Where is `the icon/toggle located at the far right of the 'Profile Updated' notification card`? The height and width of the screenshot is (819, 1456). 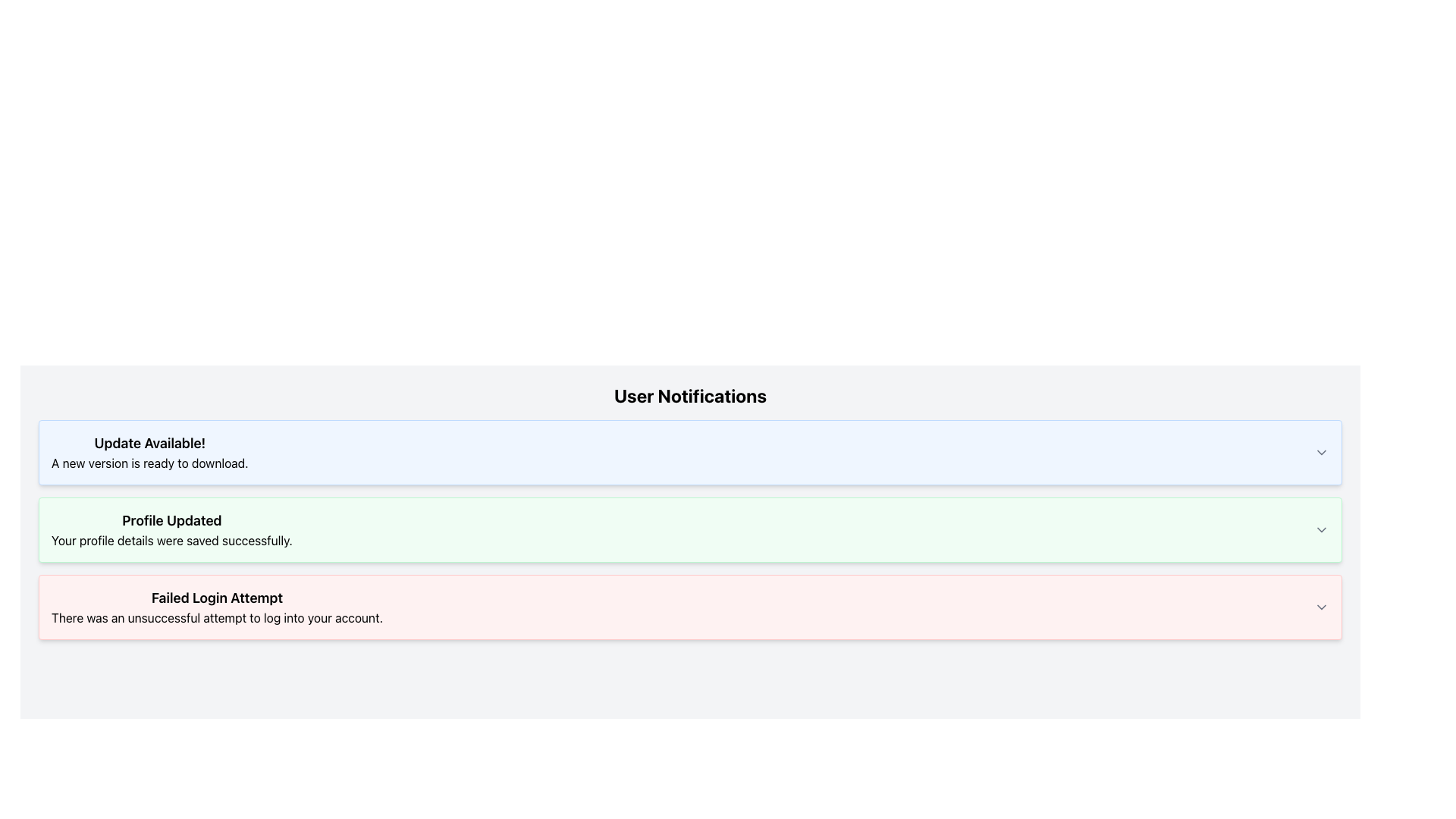
the icon/toggle located at the far right of the 'Profile Updated' notification card is located at coordinates (1320, 529).